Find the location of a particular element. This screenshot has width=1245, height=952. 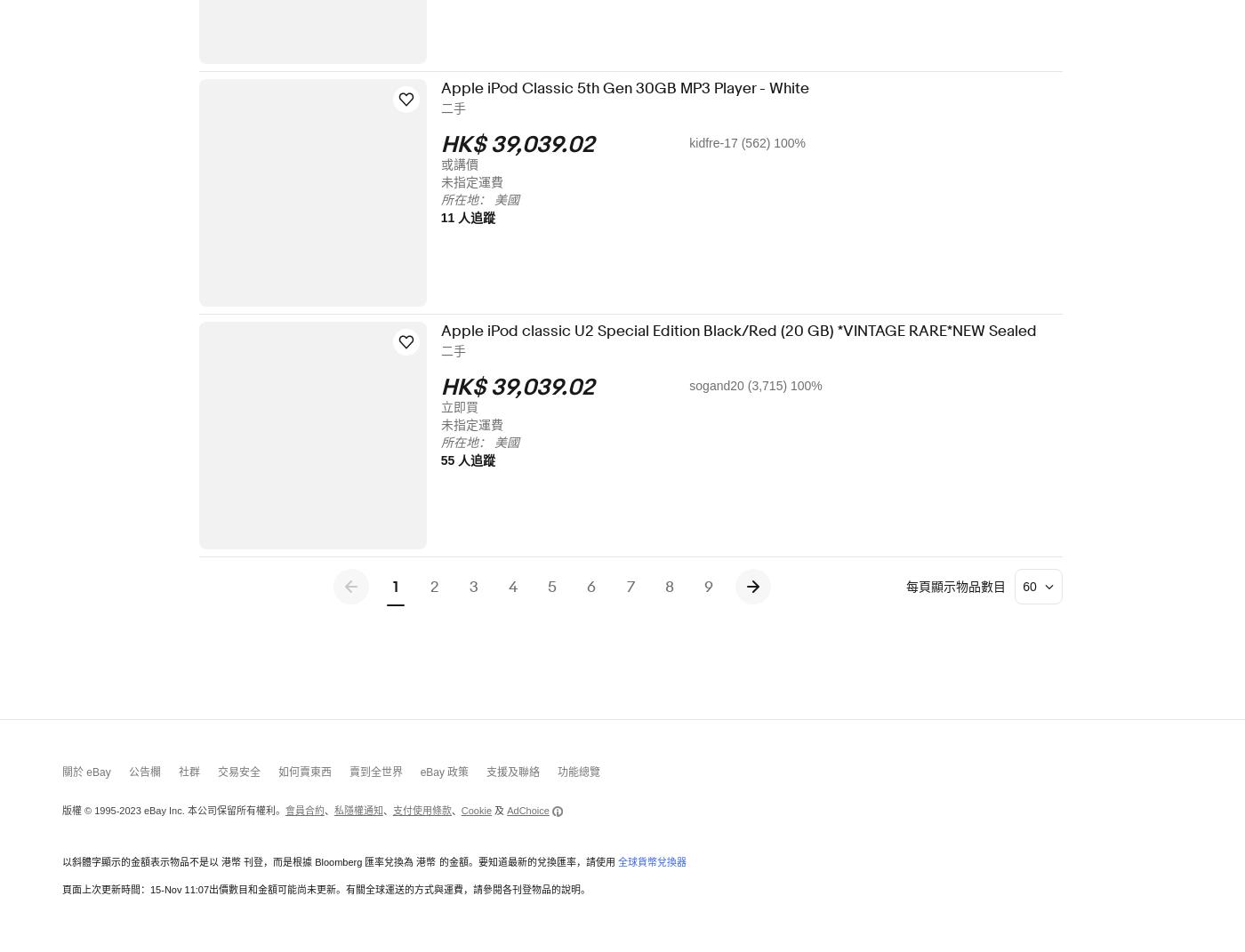

'3' is located at coordinates (486, 585).